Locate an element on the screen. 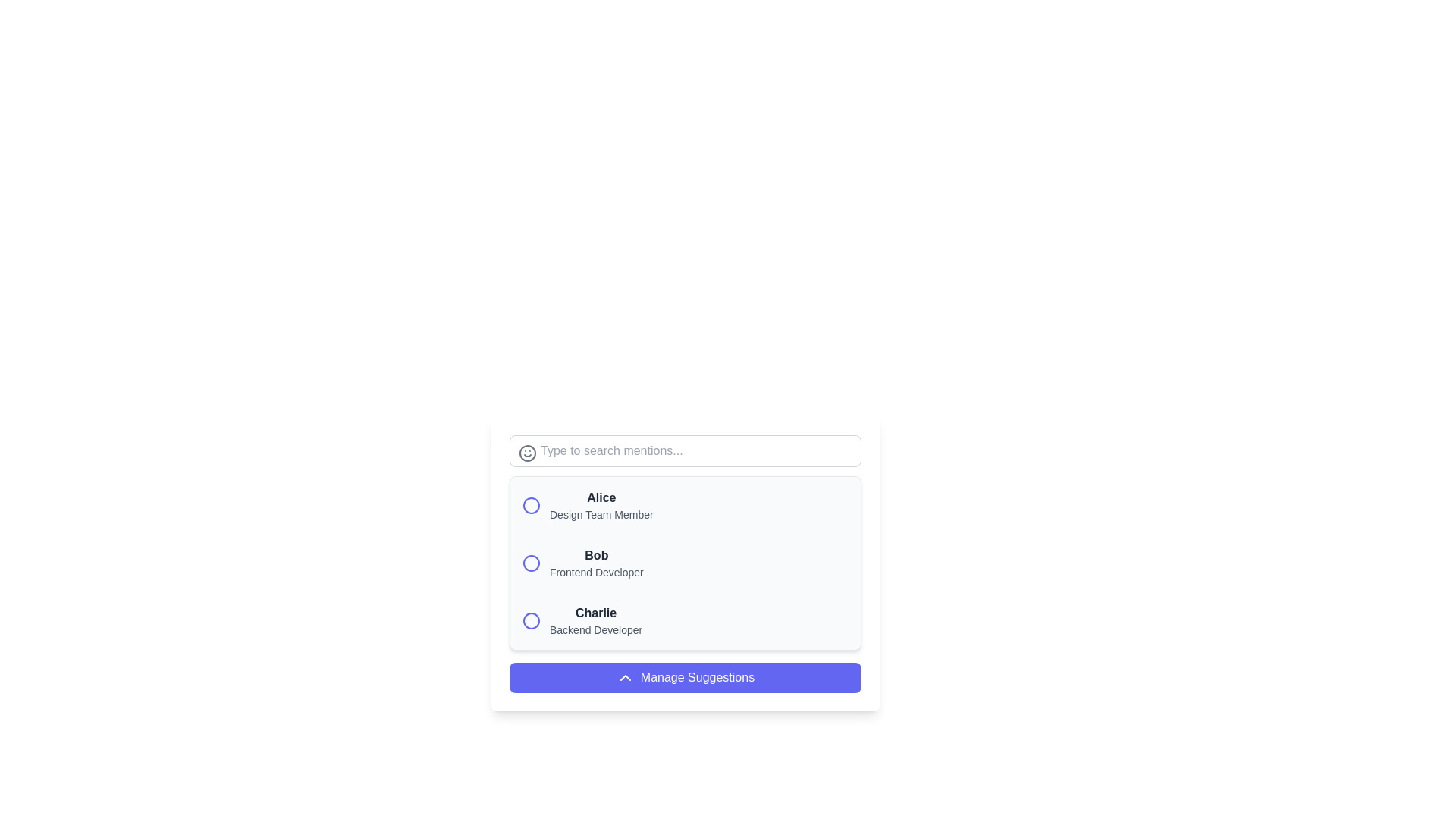 The width and height of the screenshot is (1456, 819). the circular radio button with an indigo border representing the selection indicator for 'Bob Frontend Developer' is located at coordinates (531, 563).